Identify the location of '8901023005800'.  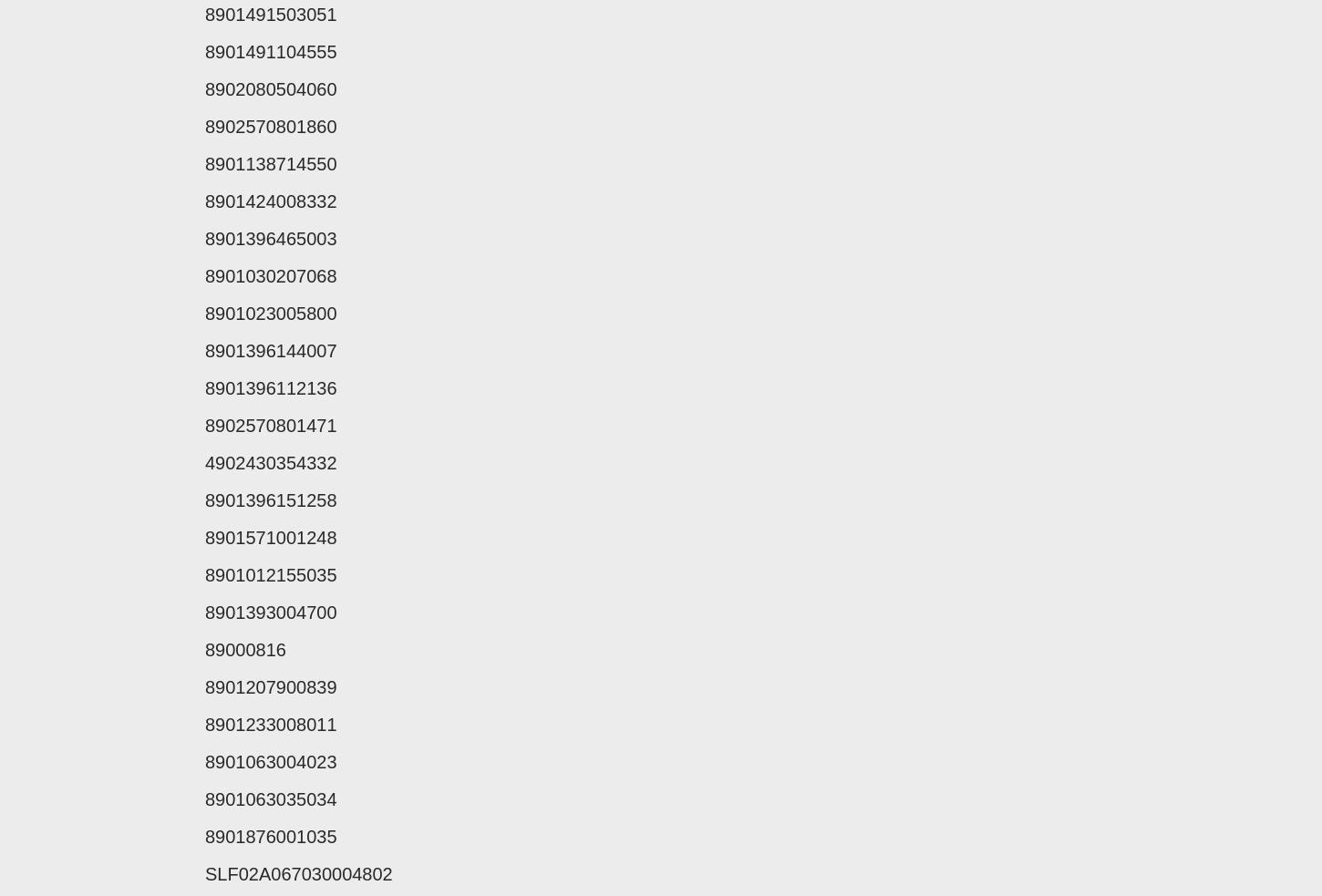
(270, 312).